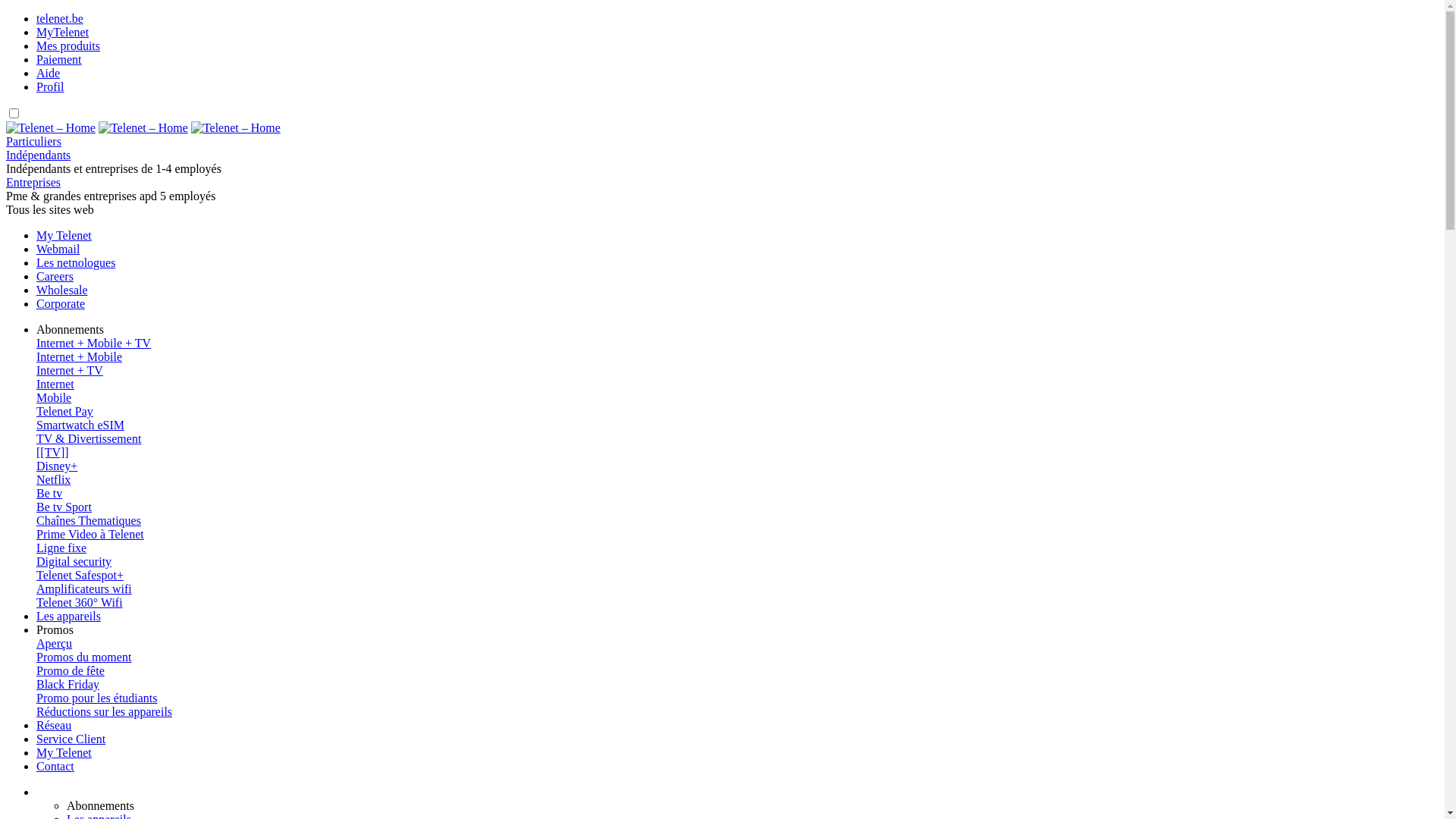  I want to click on 'Promos', so click(55, 629).